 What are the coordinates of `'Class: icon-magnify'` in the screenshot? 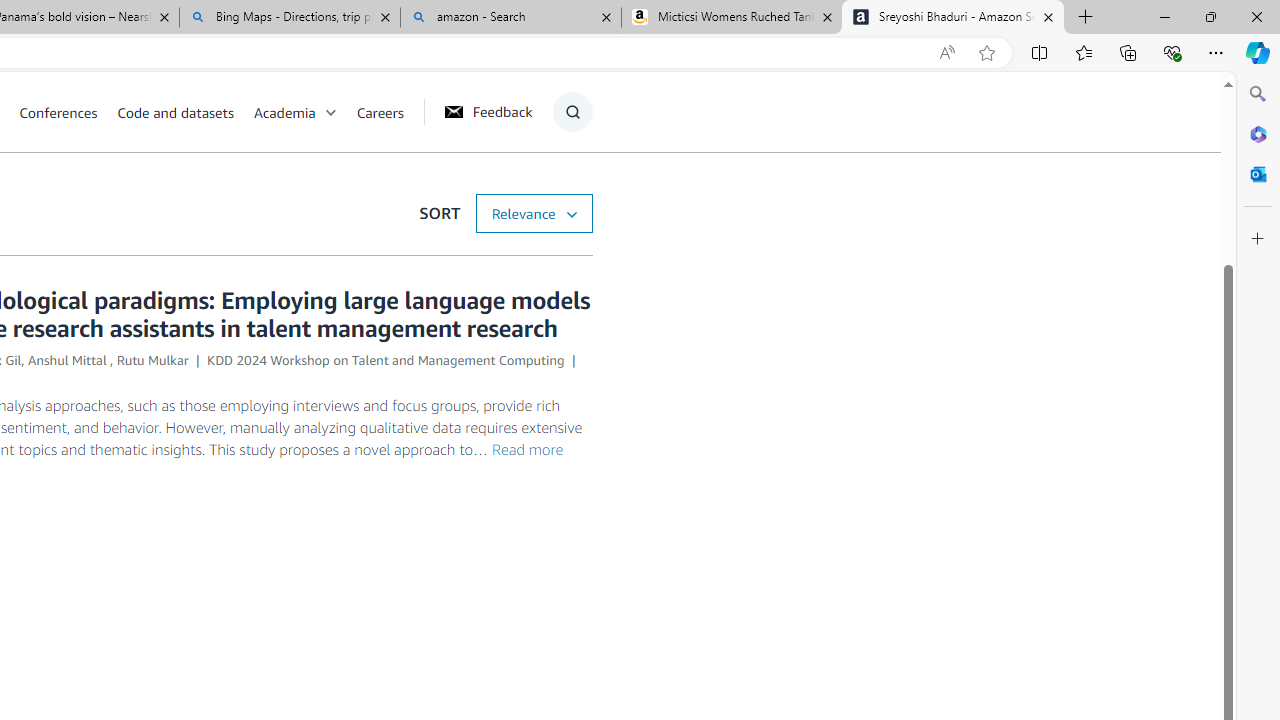 It's located at (571, 111).